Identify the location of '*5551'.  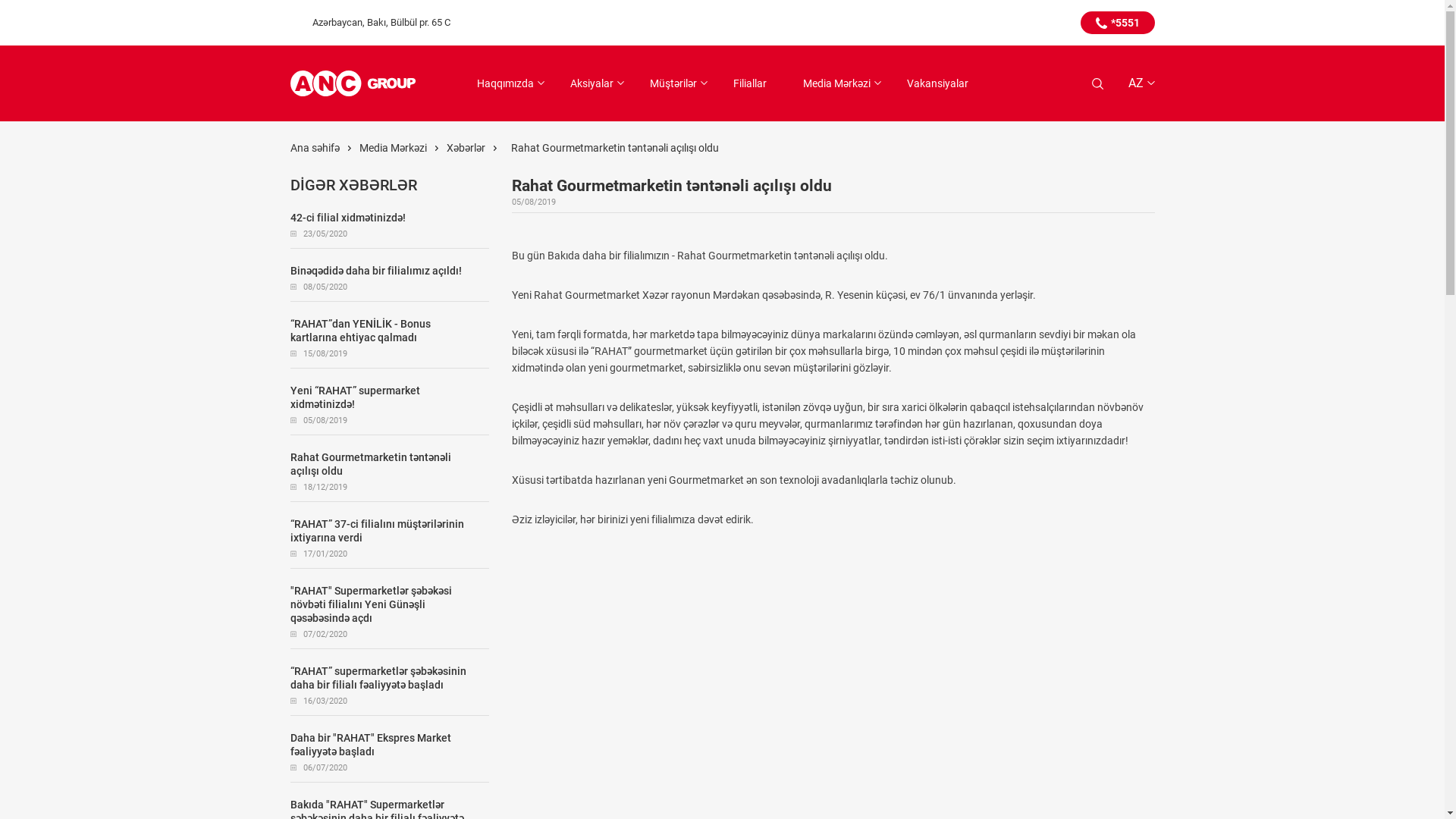
(1079, 23).